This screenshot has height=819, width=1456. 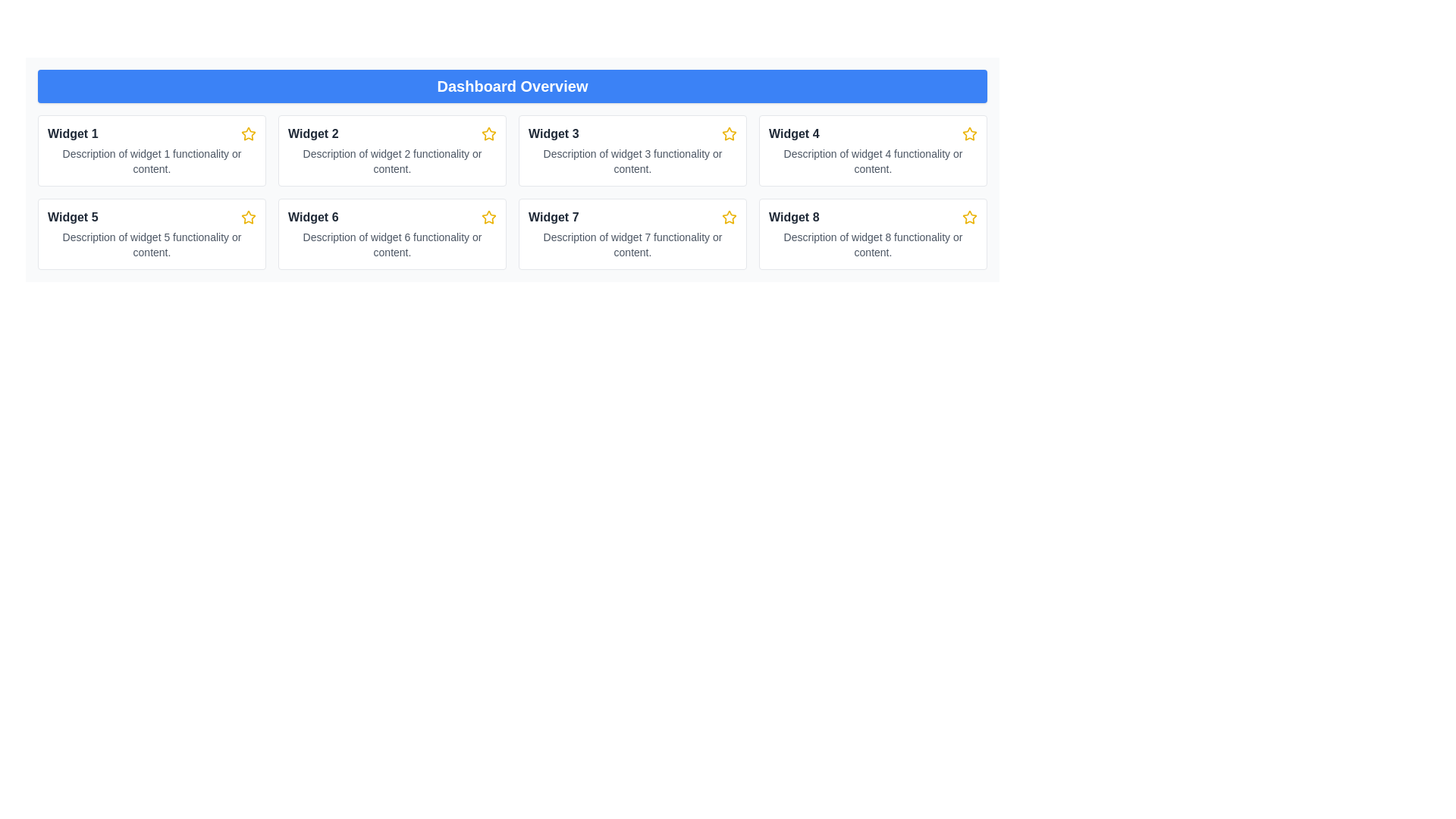 I want to click on the star icon in the top-right corner of the 'Widget 3' card to mark or unmark it as a favorite, so click(x=729, y=133).